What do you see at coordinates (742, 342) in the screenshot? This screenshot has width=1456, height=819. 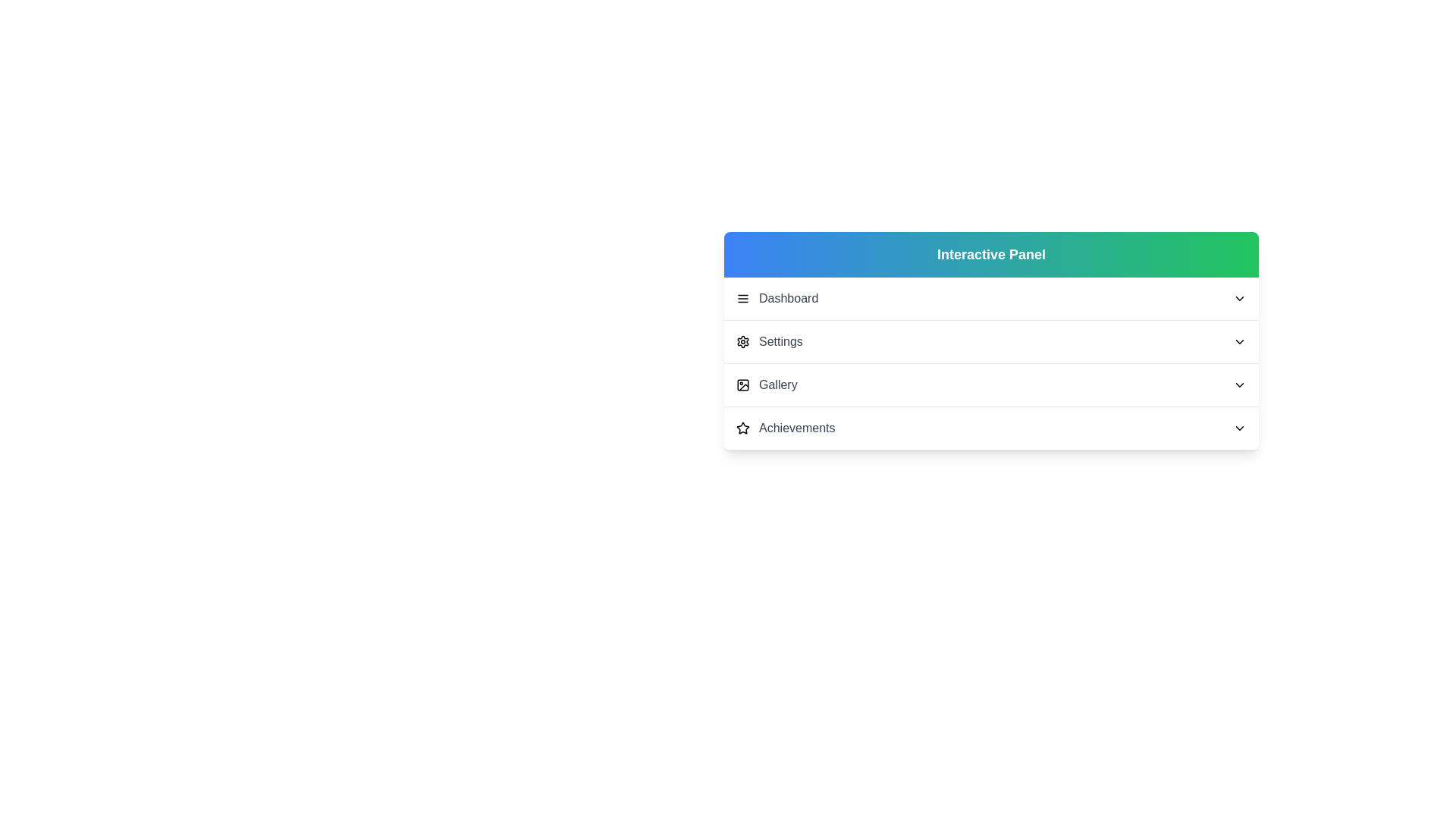 I see `the 'Settings' icon located in the second row of the Interactive Panel, which indicates the 'Settings' functionality` at bounding box center [742, 342].